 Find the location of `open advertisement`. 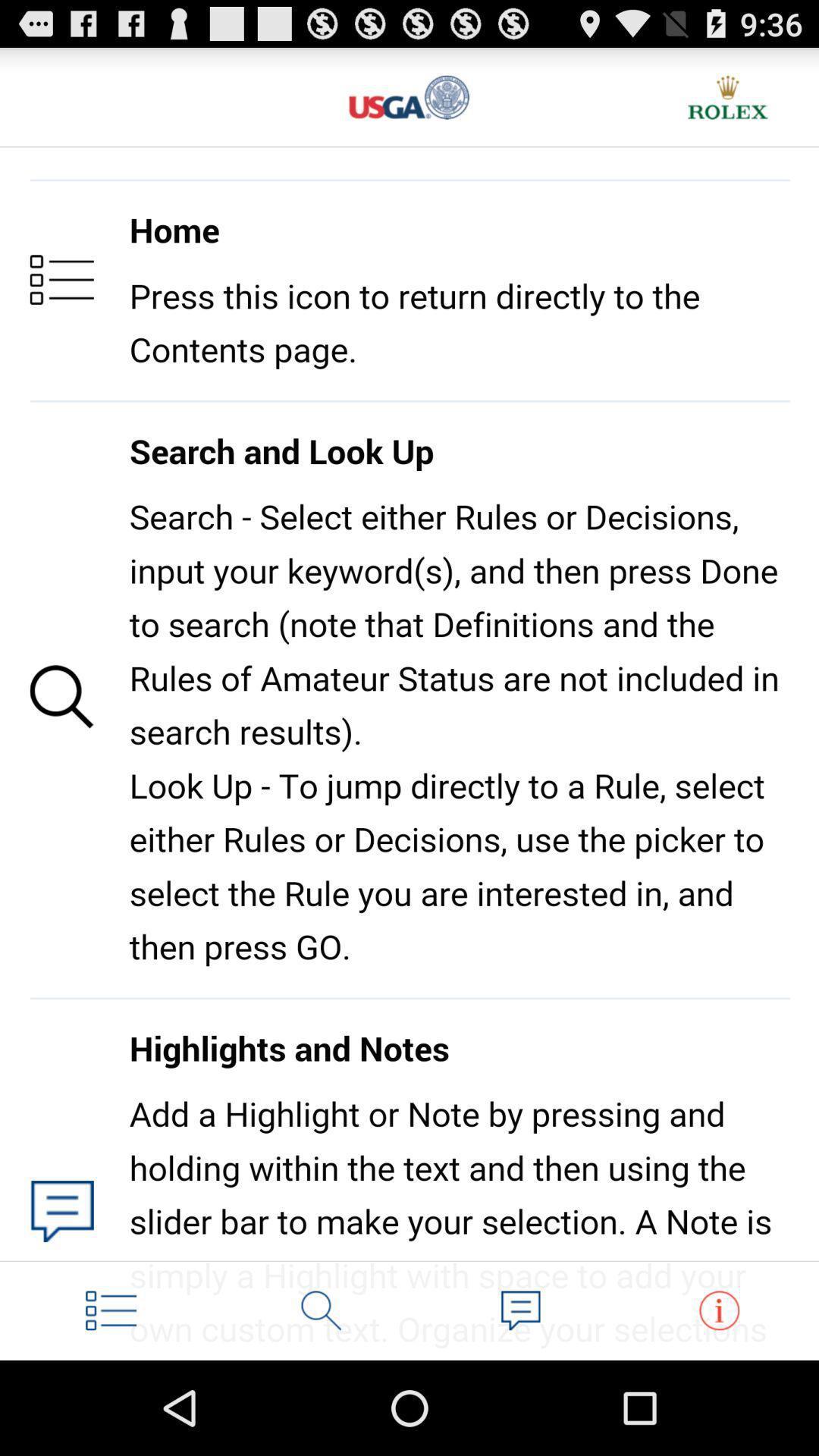

open advertisement is located at coordinates (727, 96).